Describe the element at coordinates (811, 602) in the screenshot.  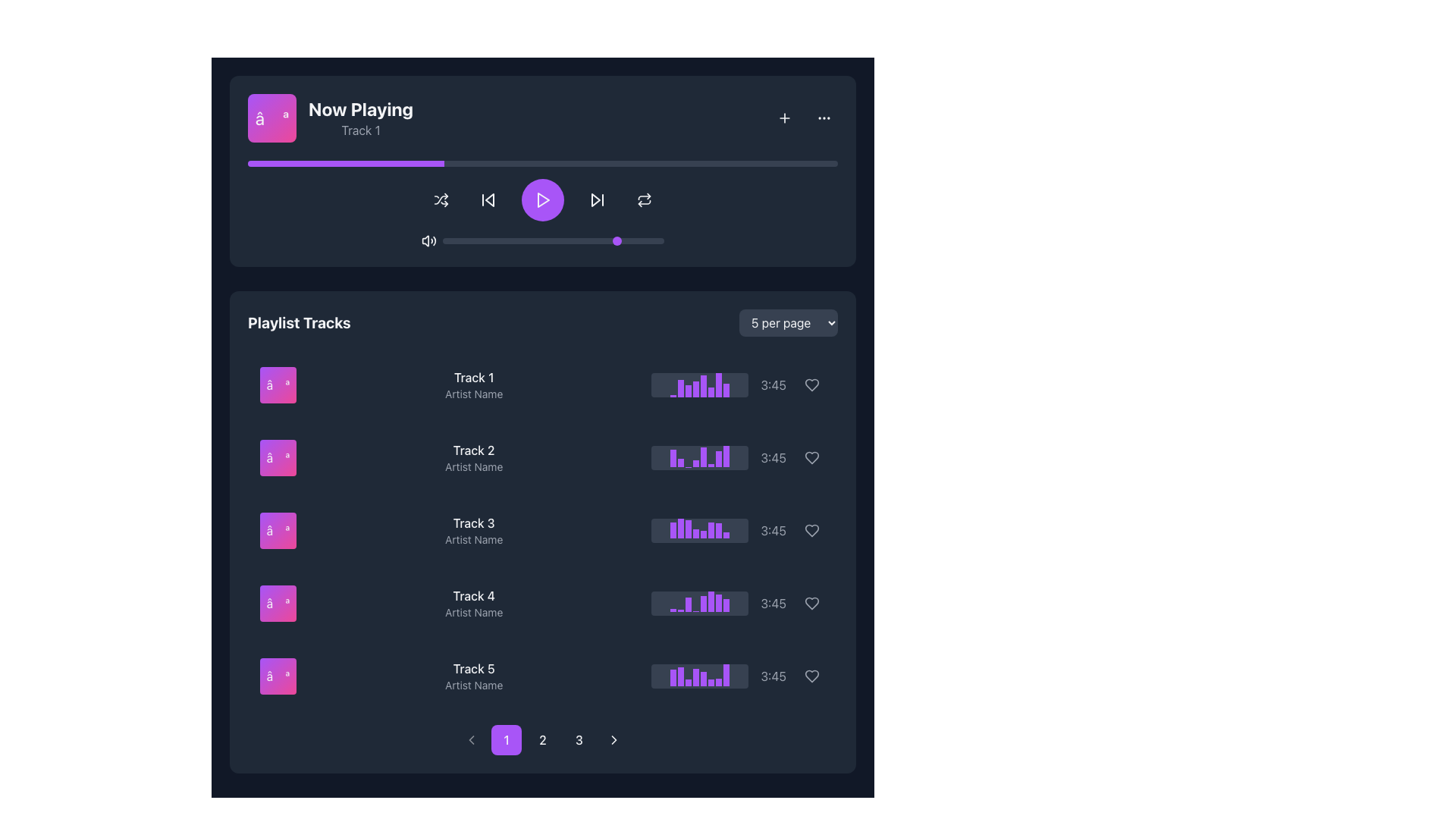
I see `the heart icon on the far-right side of the fourth track entry in the playlist to mark the track as a favorite` at that location.